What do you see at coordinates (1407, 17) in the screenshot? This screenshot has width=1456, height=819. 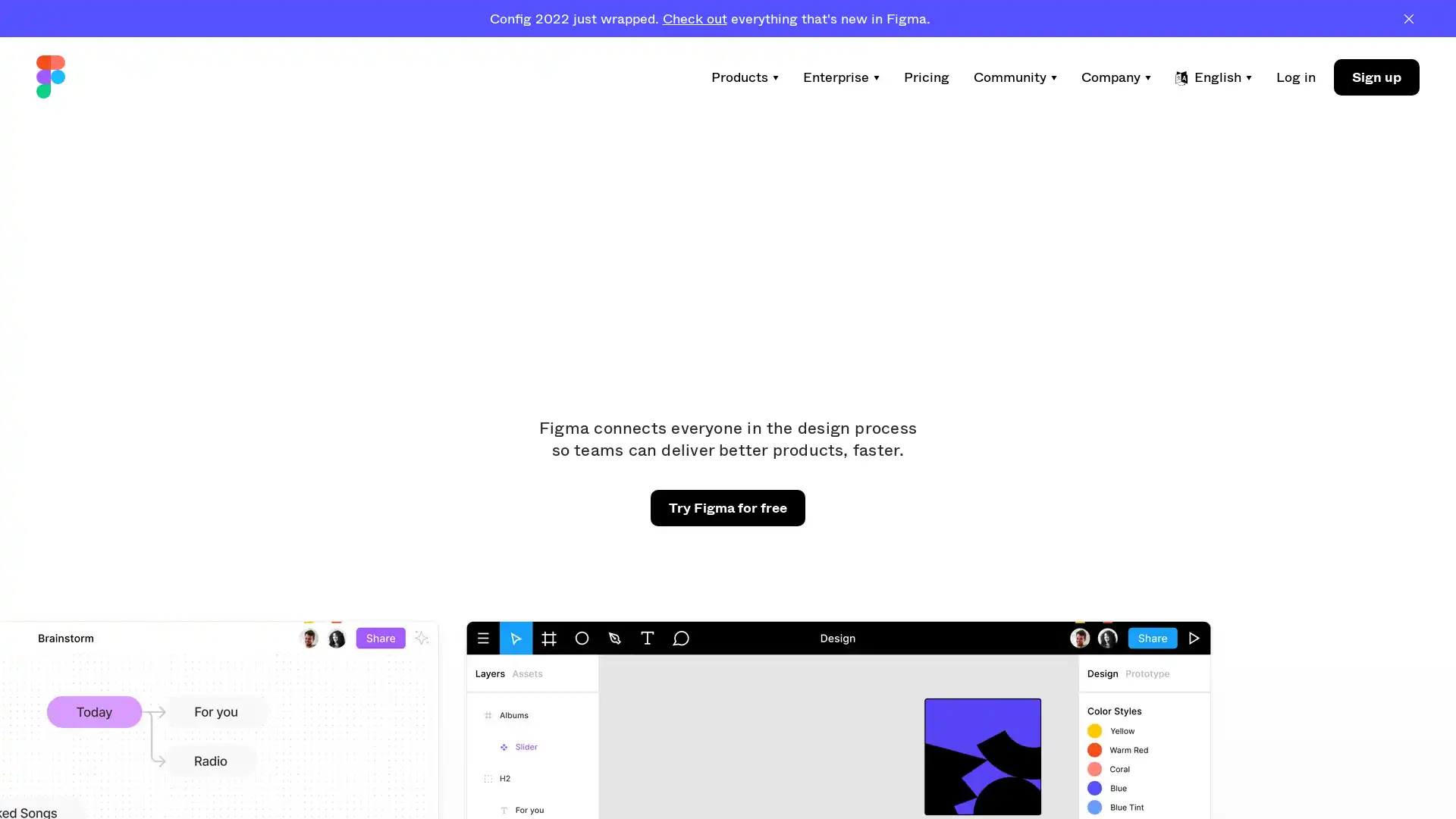 I see `Dismiss` at bounding box center [1407, 17].